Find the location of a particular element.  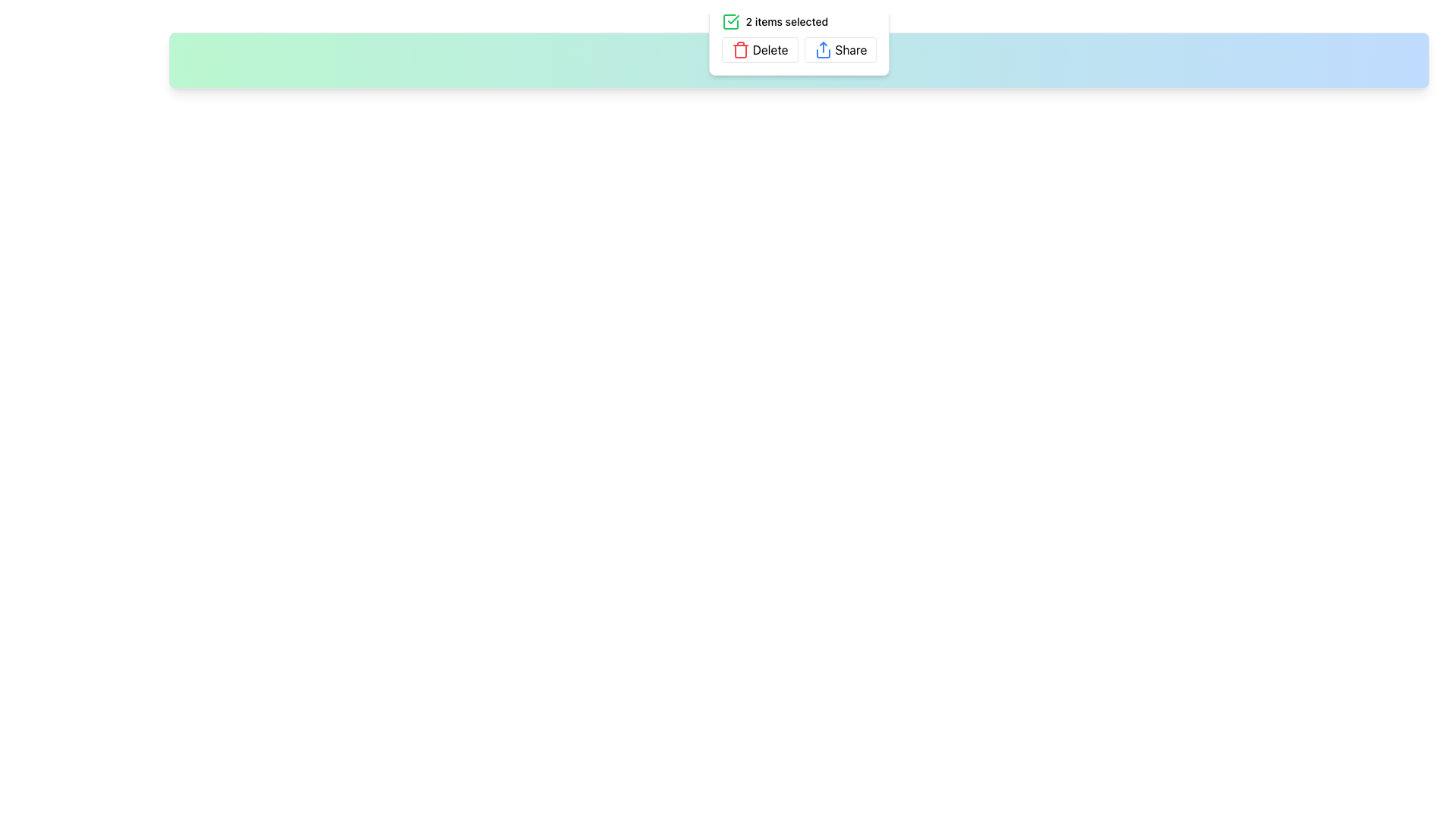

the 'Share' button which contains an upward arrow icon, located at the top-right of the toolbar is located at coordinates (822, 49).